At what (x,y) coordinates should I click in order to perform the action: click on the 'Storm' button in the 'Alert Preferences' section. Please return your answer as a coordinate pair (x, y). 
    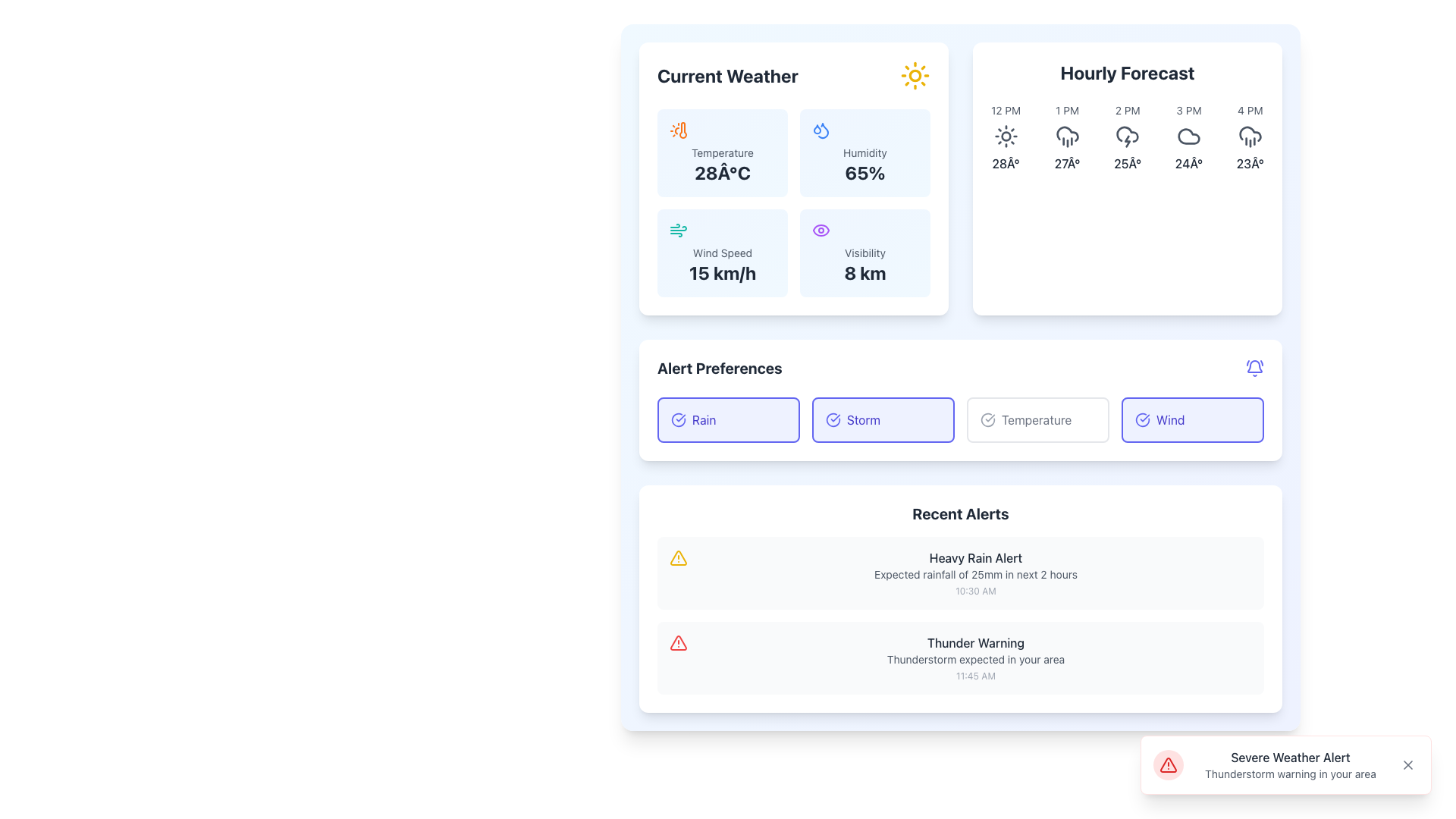
    Looking at the image, I should click on (883, 420).